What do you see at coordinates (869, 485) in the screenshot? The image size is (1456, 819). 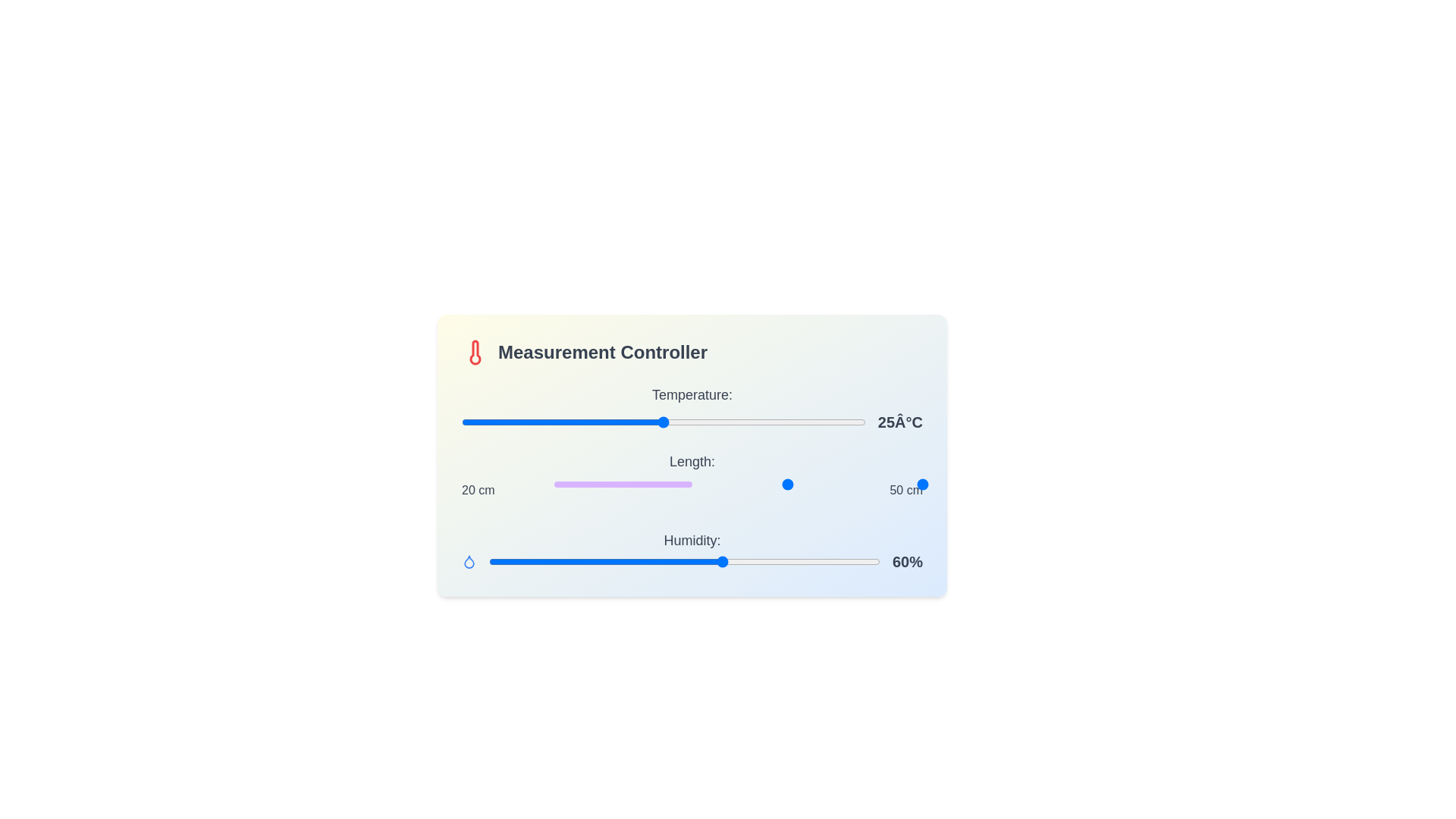 I see `the length` at bounding box center [869, 485].